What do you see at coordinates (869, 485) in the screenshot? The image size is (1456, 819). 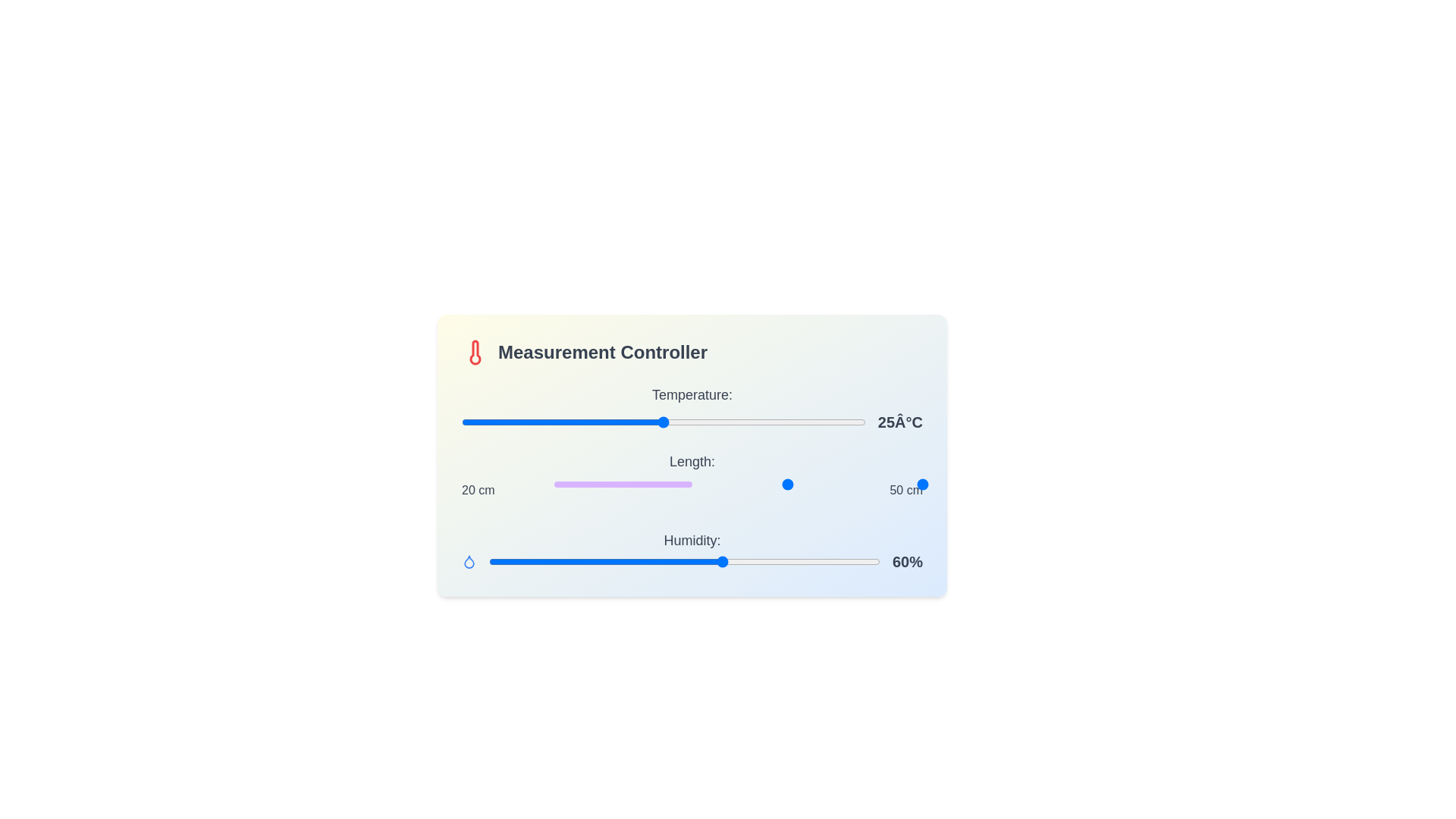 I see `the length` at bounding box center [869, 485].